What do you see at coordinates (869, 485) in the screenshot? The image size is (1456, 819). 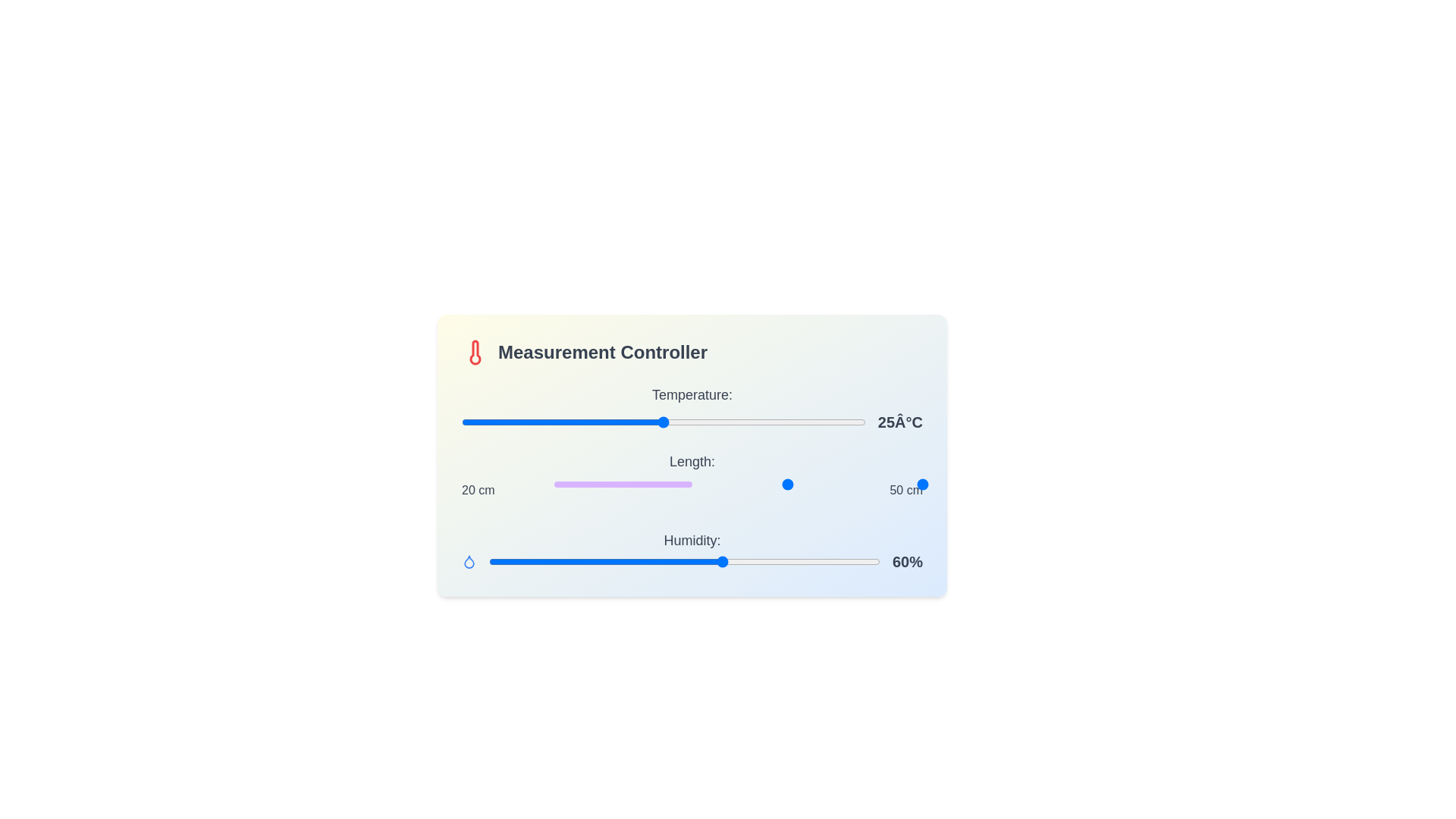 I see `the length` at bounding box center [869, 485].